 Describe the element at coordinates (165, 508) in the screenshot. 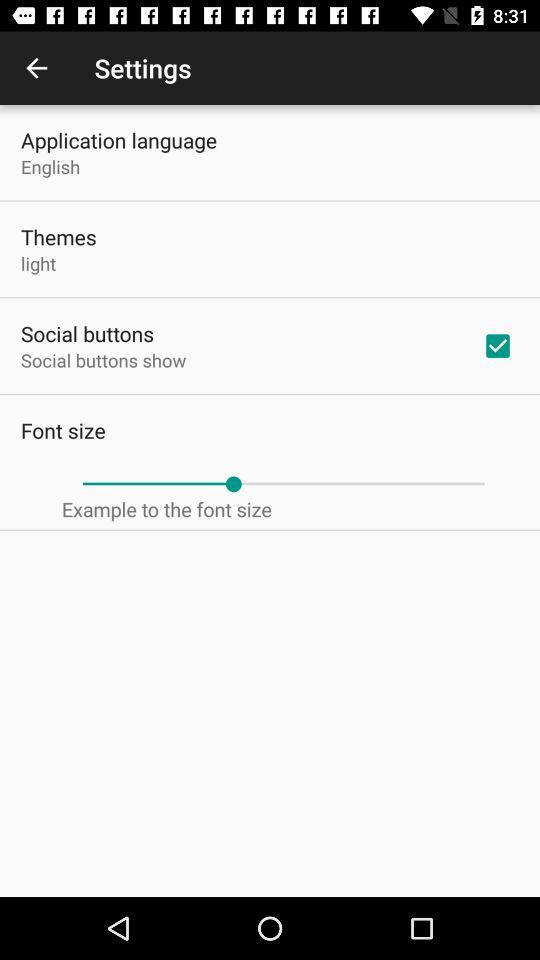

I see `example to the` at that location.